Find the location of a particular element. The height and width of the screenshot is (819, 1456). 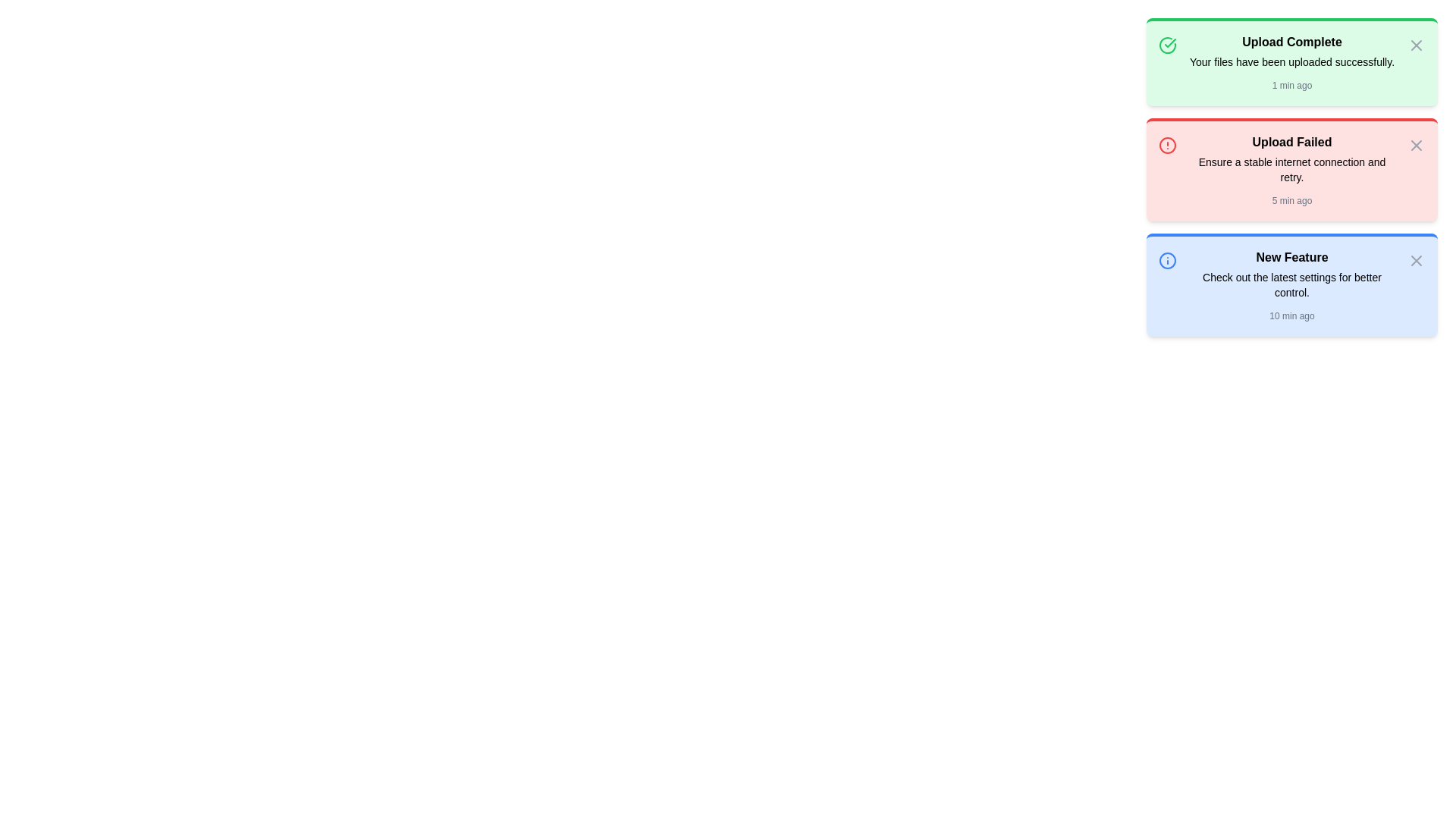

notification message that displays 'Upload Complete' with a light-green background, located in the top-left corner of the notification stack is located at coordinates (1291, 63).